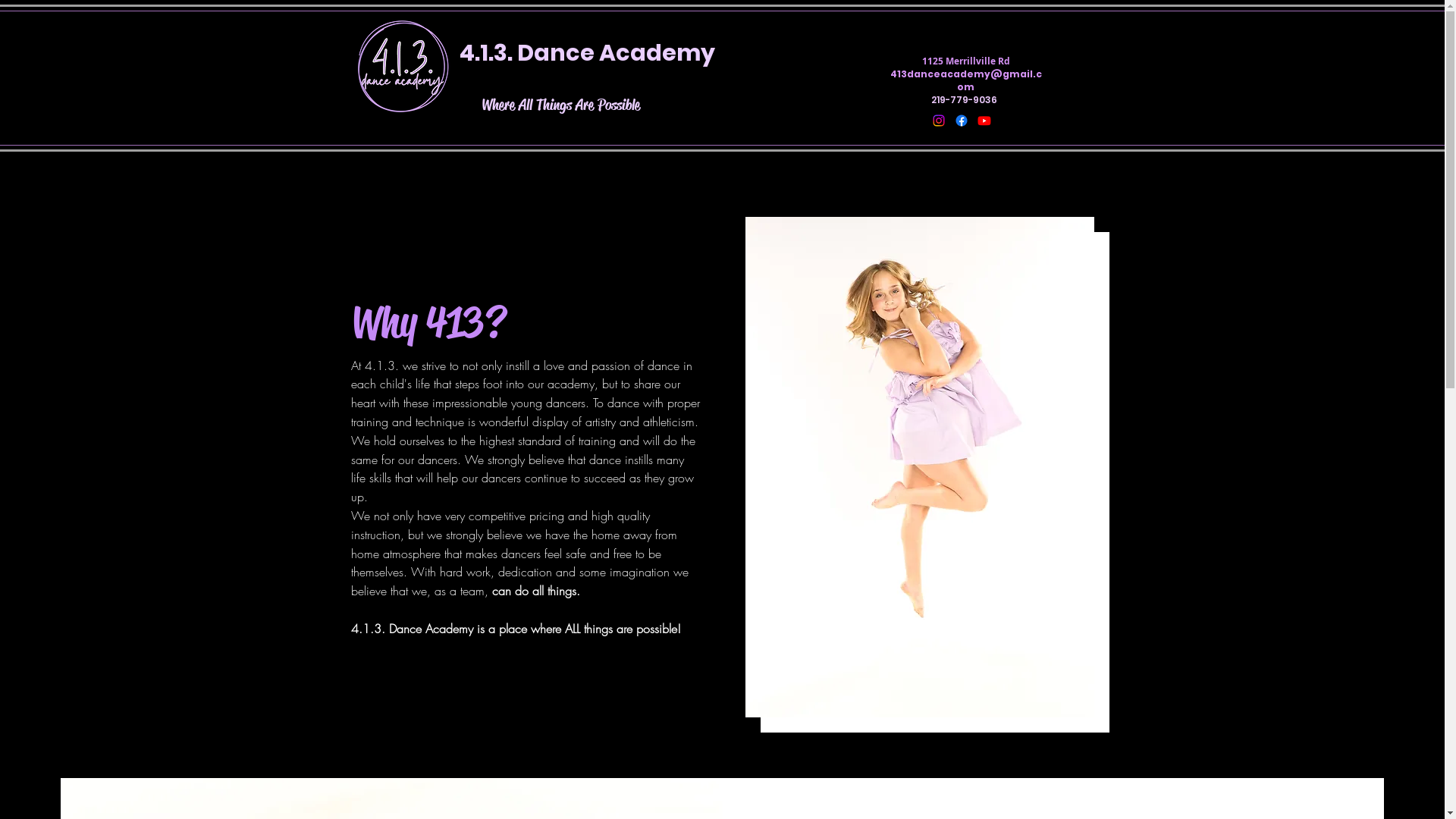 This screenshot has height=819, width=1456. I want to click on '413danceacademy@gmail.com', so click(965, 80).